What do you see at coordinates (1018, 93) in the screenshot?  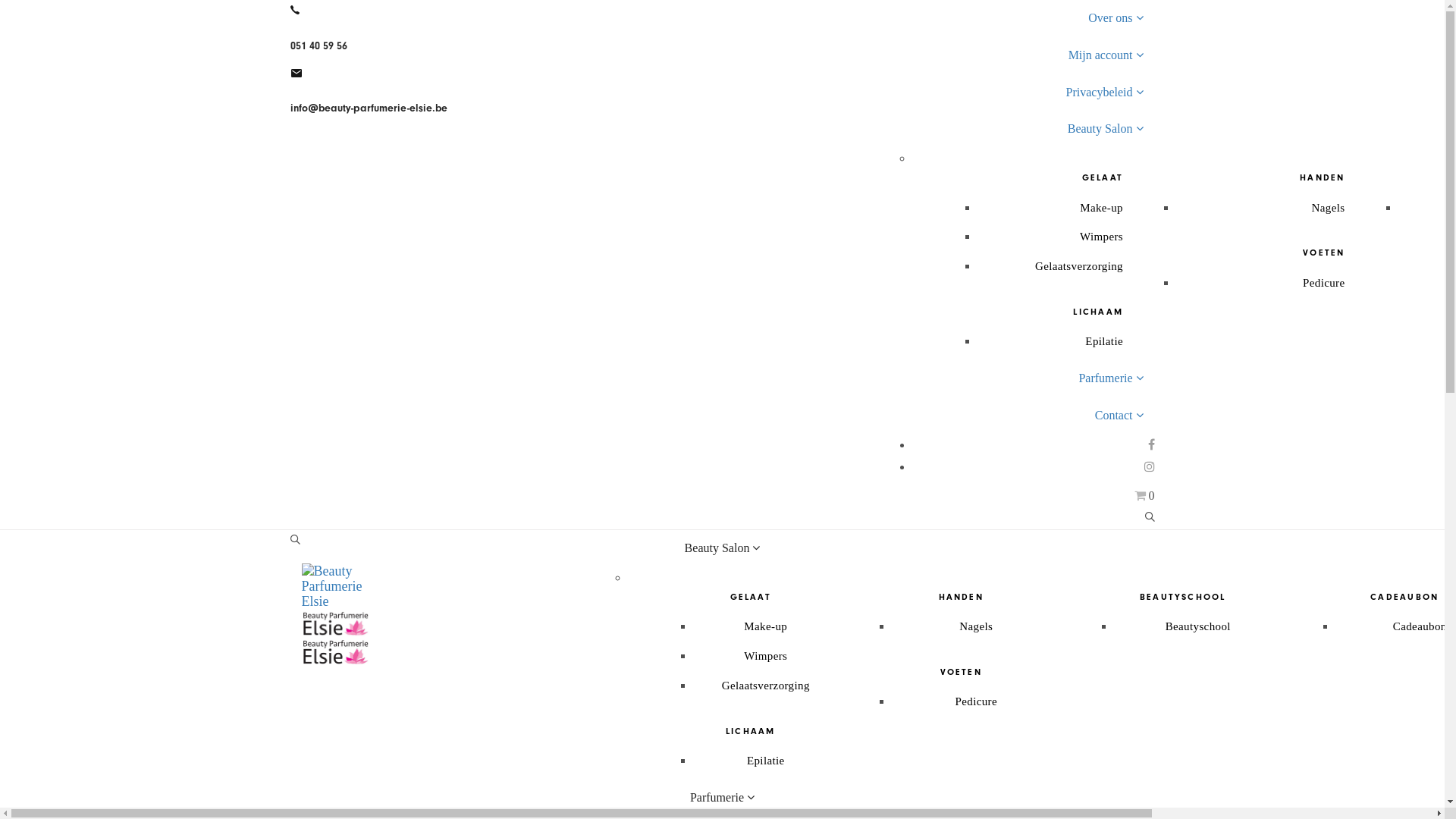 I see `'Privacybeleid'` at bounding box center [1018, 93].